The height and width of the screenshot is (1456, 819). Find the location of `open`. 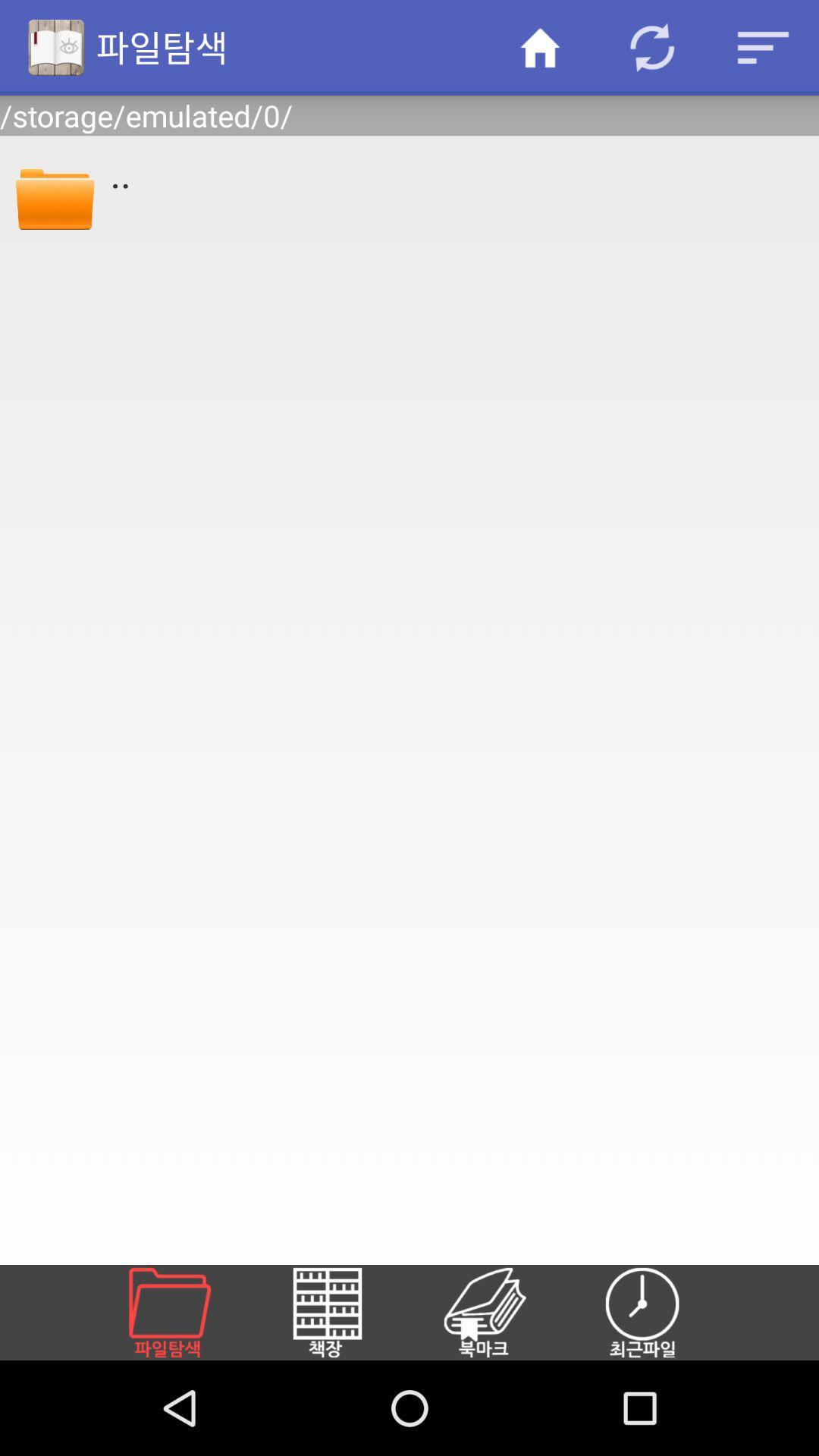

open is located at coordinates (187, 1312).